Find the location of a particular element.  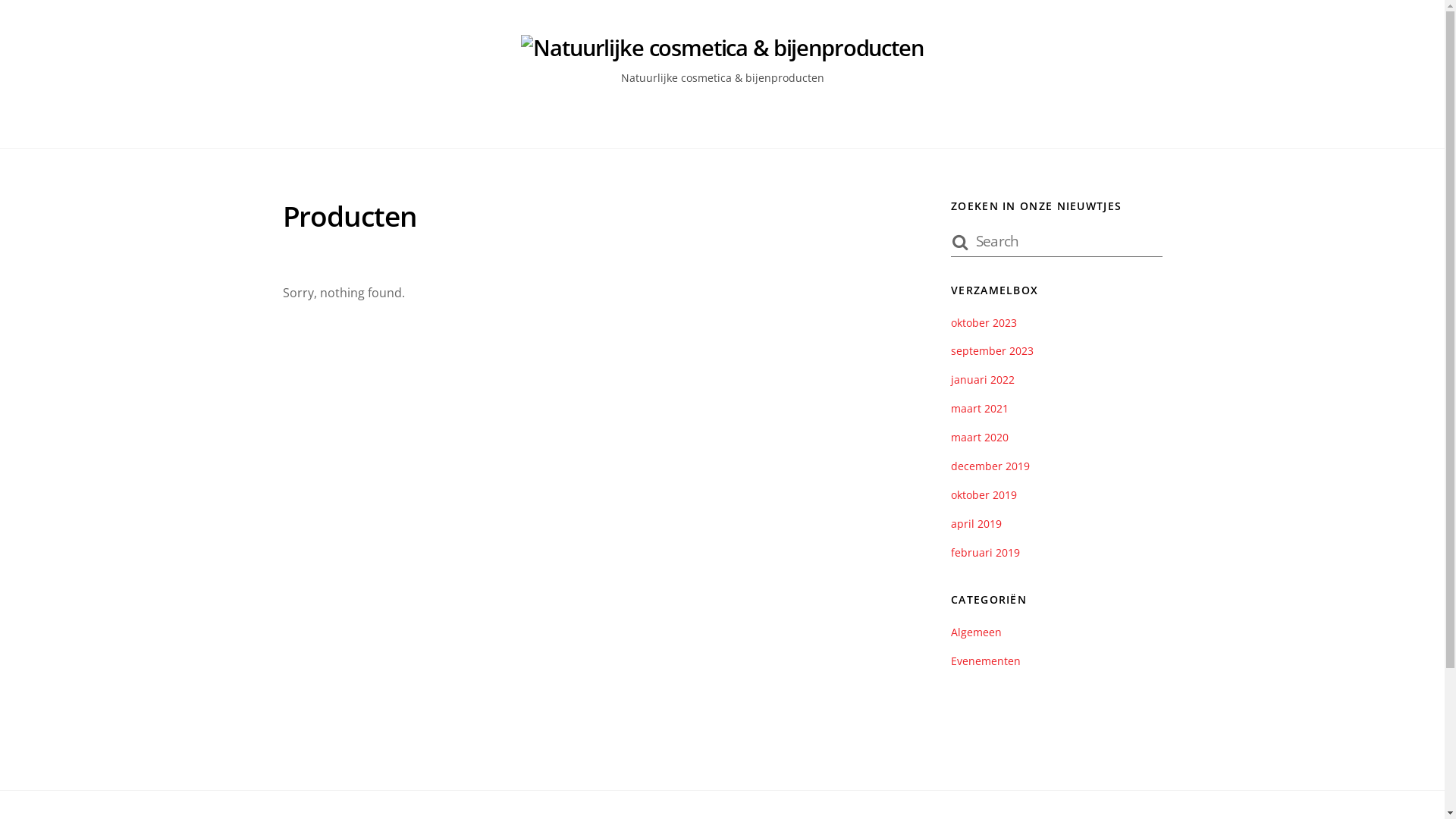

'Logo BeeHealth' is located at coordinates (720, 47).